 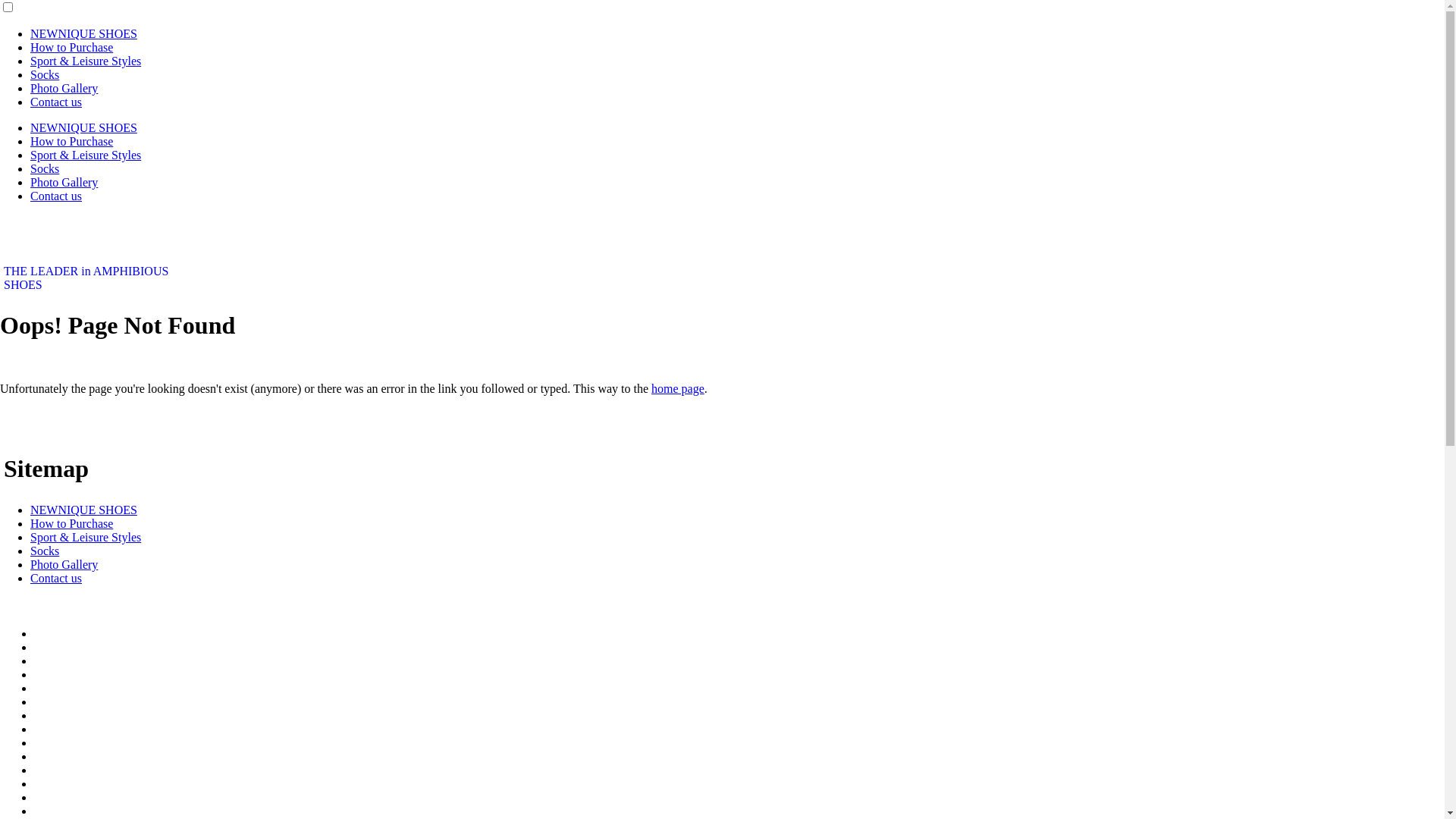 What do you see at coordinates (30, 522) in the screenshot?
I see `'How to Purchase'` at bounding box center [30, 522].